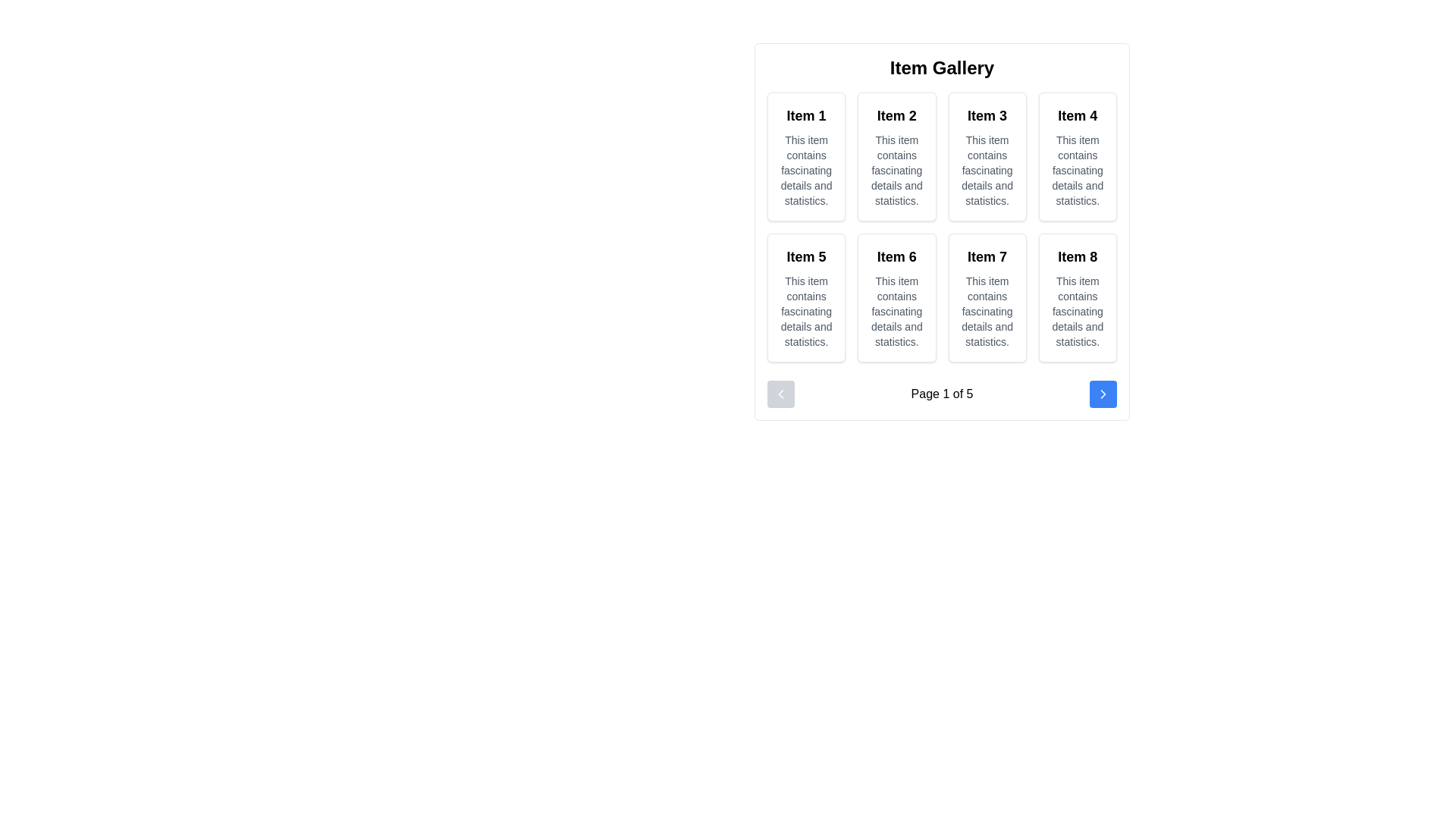 The height and width of the screenshot is (819, 1456). Describe the element at coordinates (941, 394) in the screenshot. I see `the text element displaying 'Page 1 of 5', which is located at the center-bottom of the pagination controls` at that location.